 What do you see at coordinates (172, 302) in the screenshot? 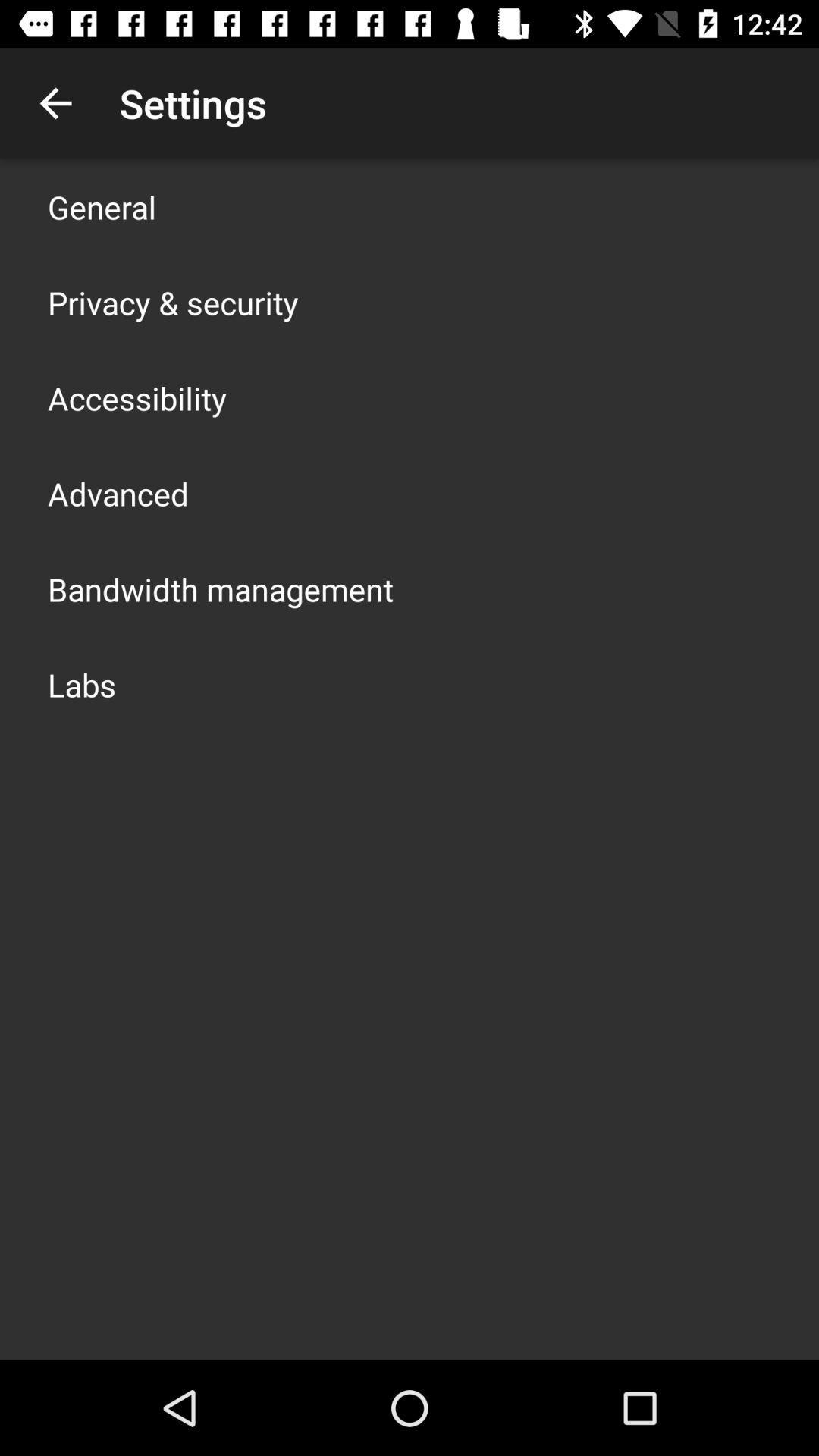
I see `the icon below the general icon` at bounding box center [172, 302].